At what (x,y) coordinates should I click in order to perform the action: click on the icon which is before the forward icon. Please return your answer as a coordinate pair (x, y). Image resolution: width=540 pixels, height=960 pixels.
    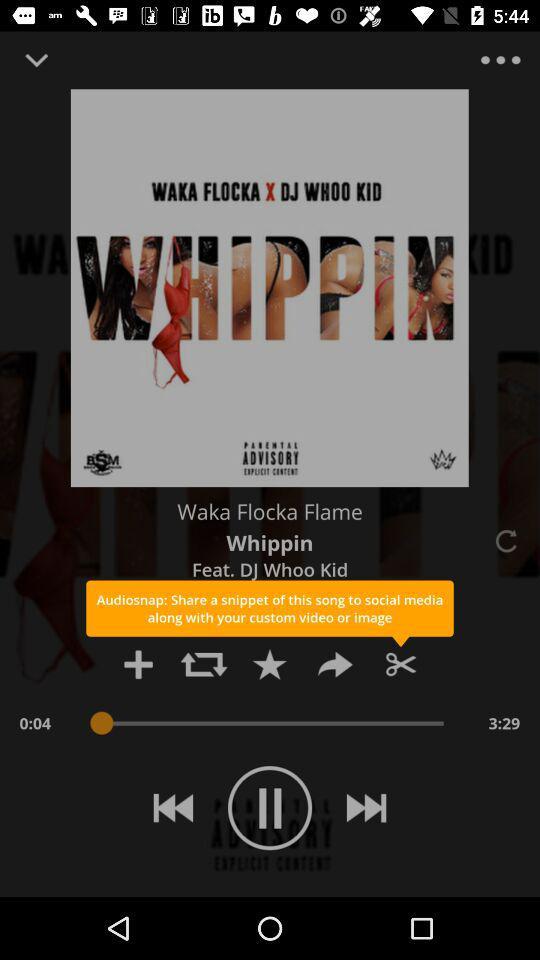
    Looking at the image, I should click on (270, 664).